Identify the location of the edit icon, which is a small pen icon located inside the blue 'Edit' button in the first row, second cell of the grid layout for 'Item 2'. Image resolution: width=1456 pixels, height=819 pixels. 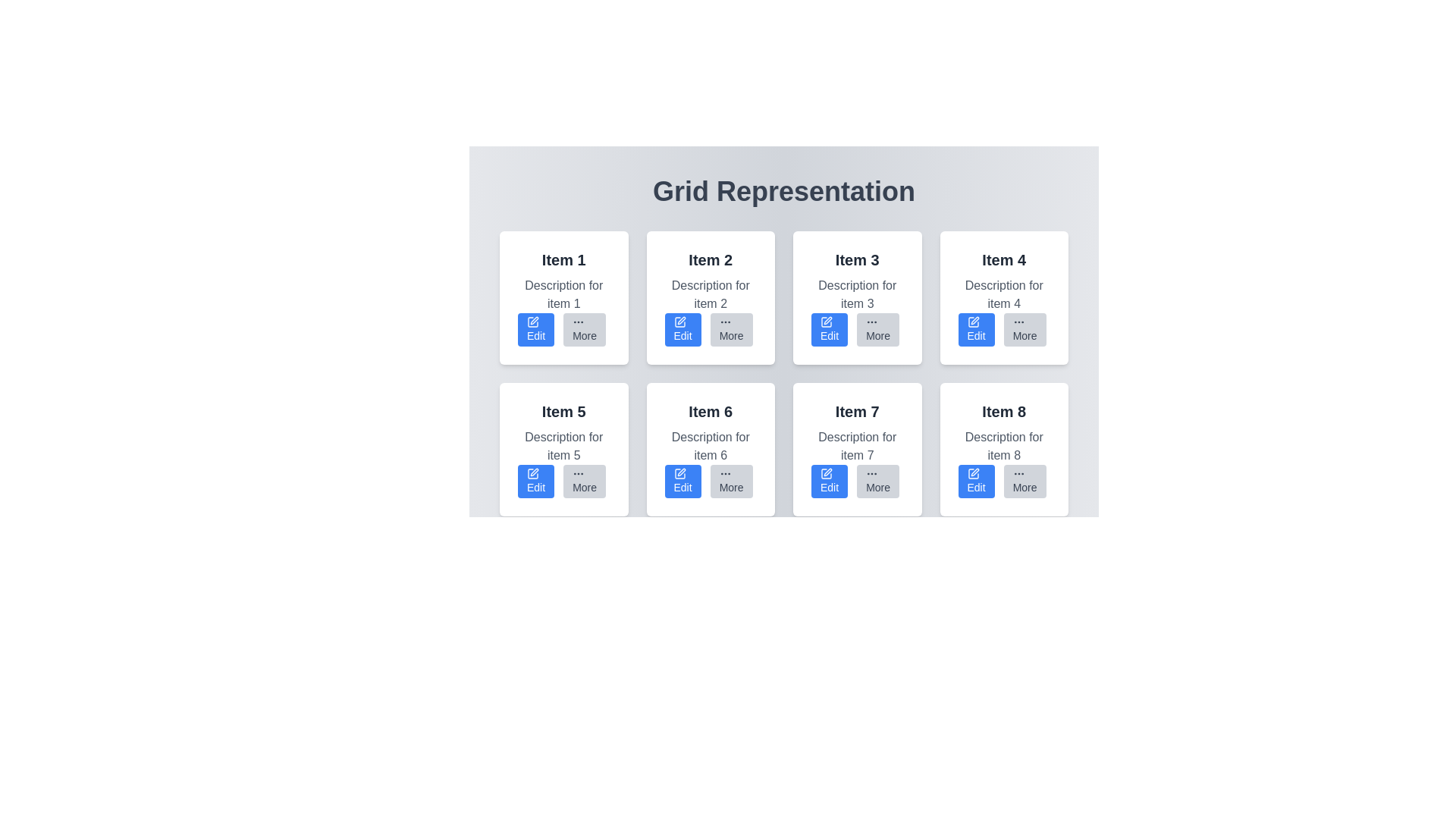
(680, 320).